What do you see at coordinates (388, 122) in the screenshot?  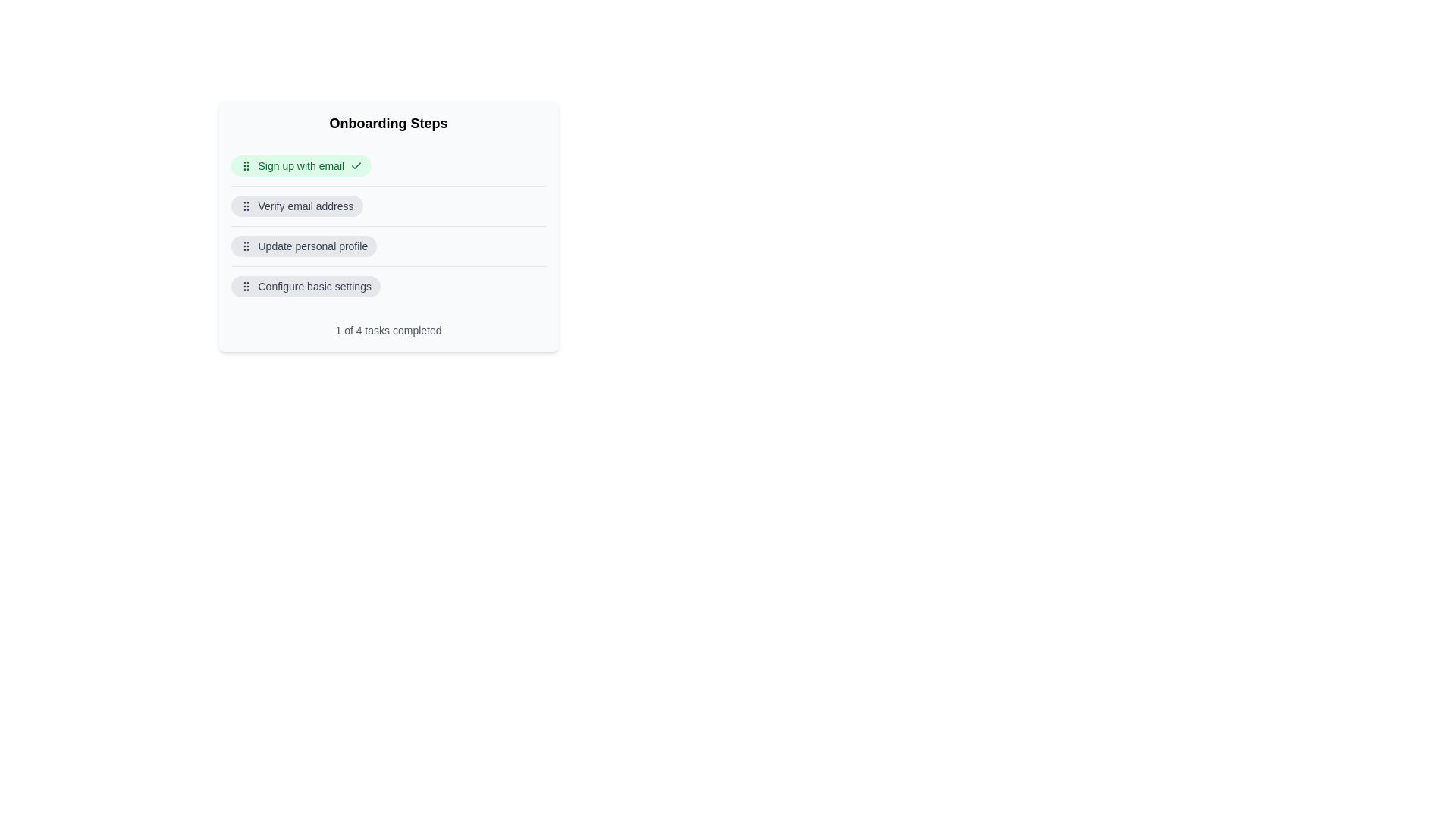 I see `heading of the text label located at the top of the onboarding tasks card` at bounding box center [388, 122].